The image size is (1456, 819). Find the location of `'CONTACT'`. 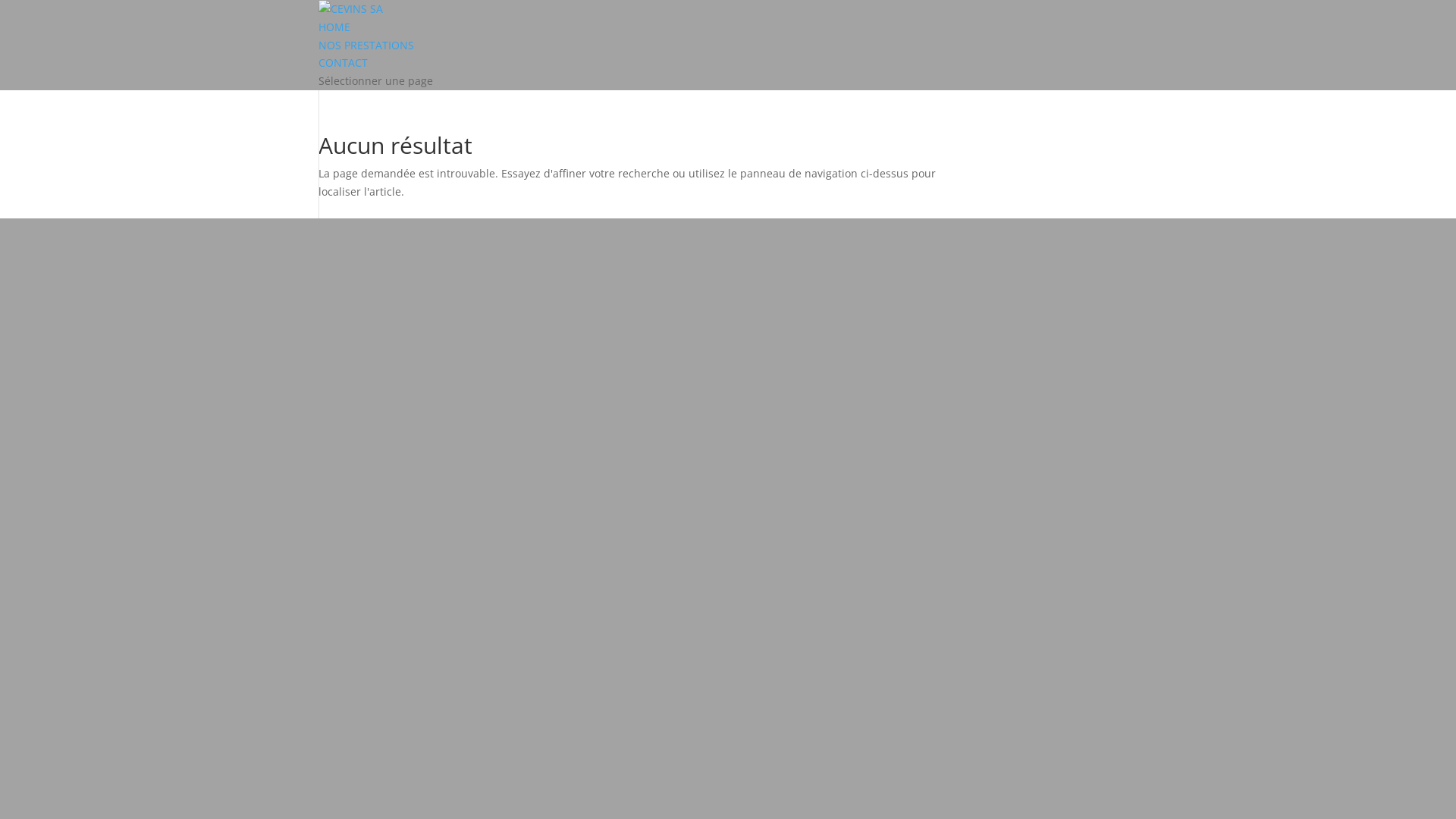

'CONTACT' is located at coordinates (342, 61).